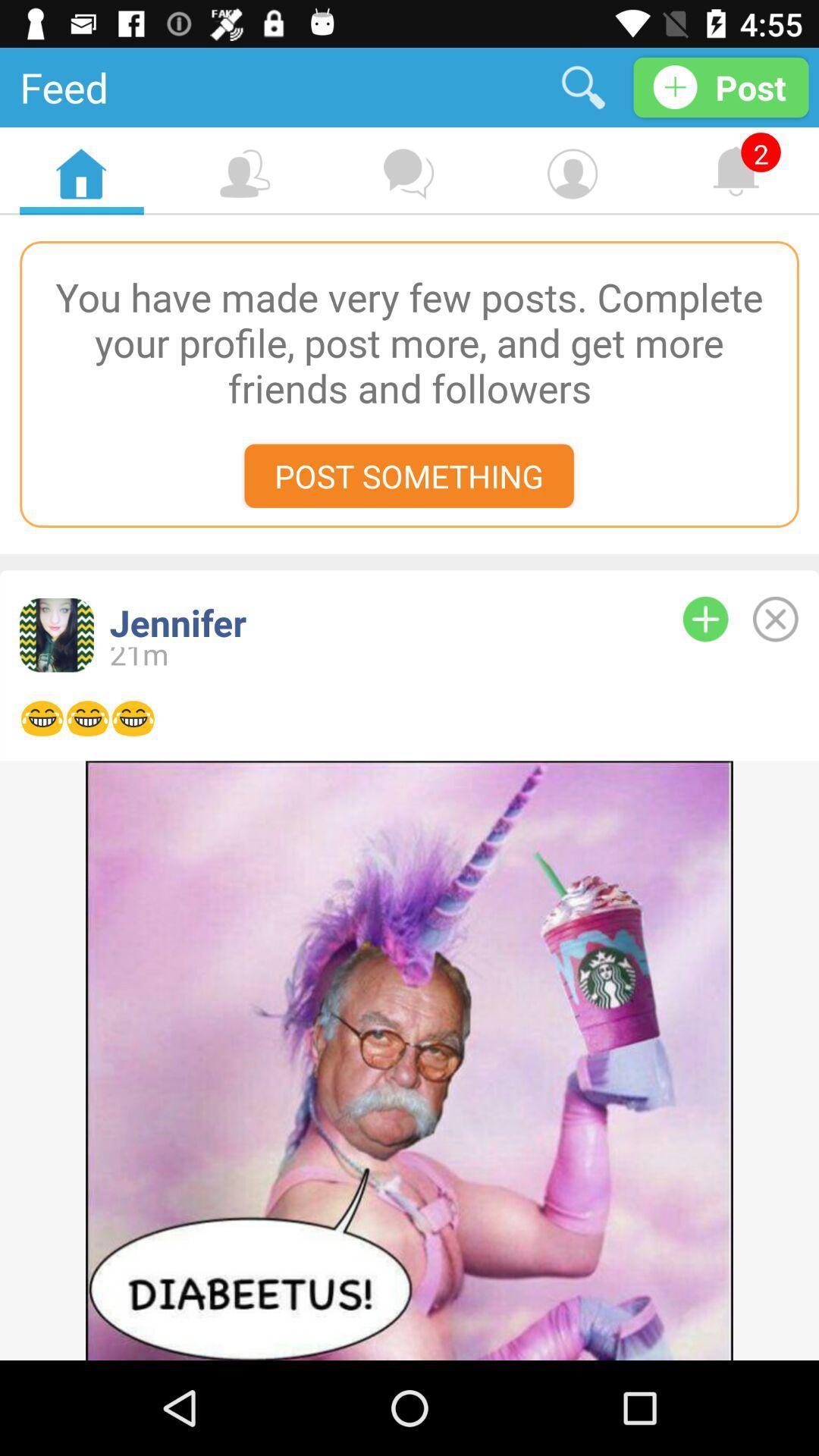 This screenshot has width=819, height=1456. Describe the element at coordinates (582, 86) in the screenshot. I see `item to the left of post item` at that location.